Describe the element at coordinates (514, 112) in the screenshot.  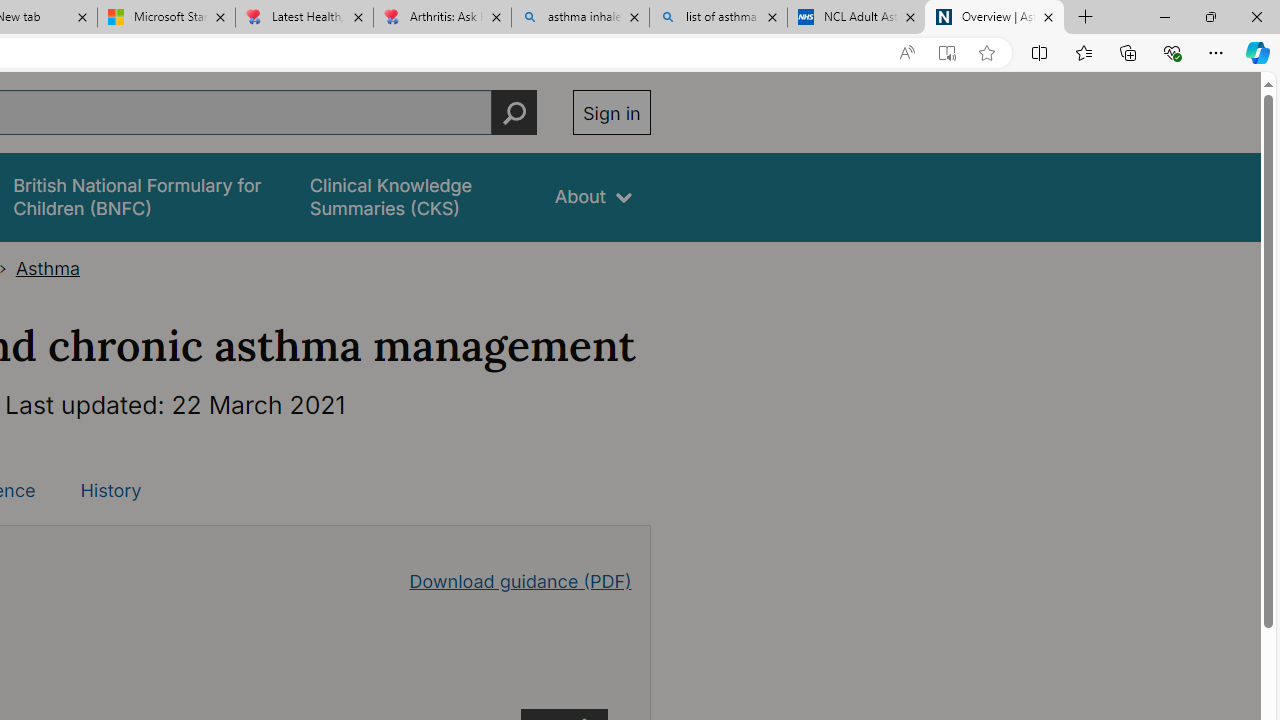
I see `'Perform search'` at that location.